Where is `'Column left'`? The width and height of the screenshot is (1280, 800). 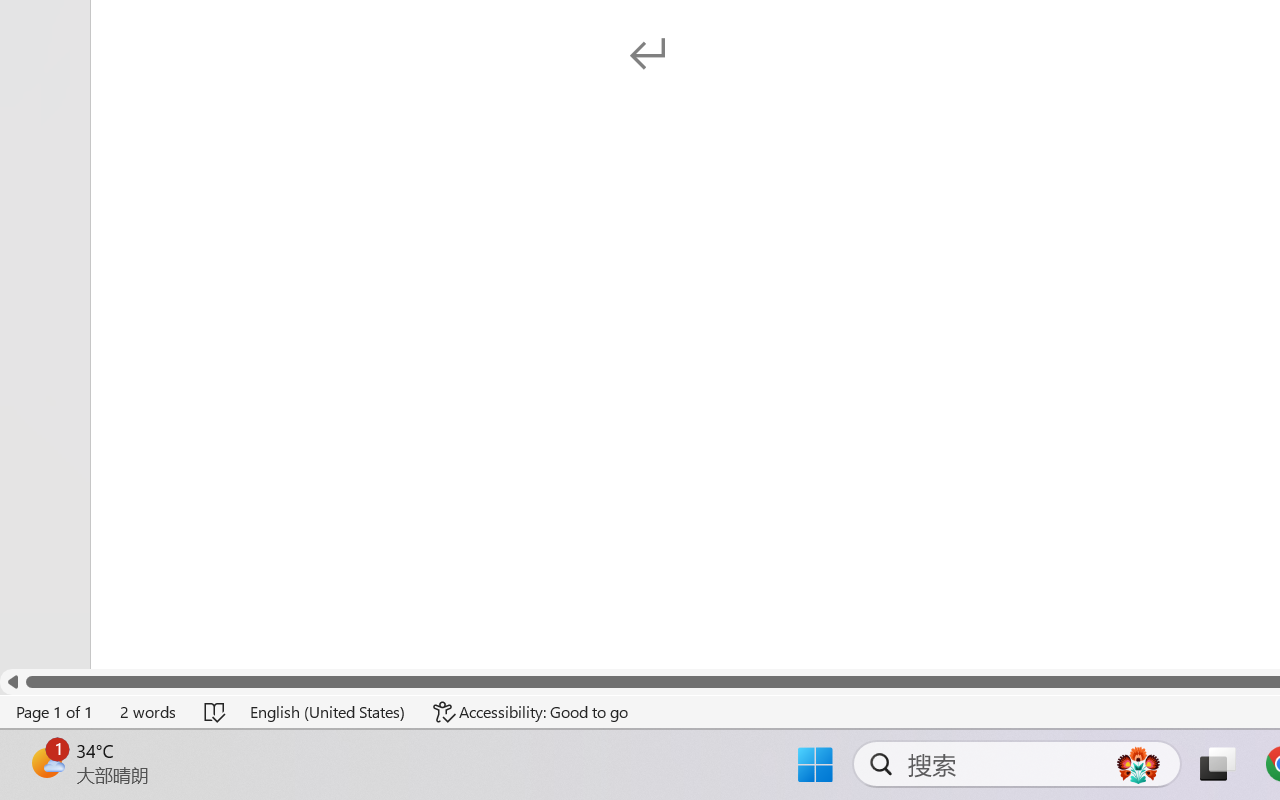 'Column left' is located at coordinates (12, 682).